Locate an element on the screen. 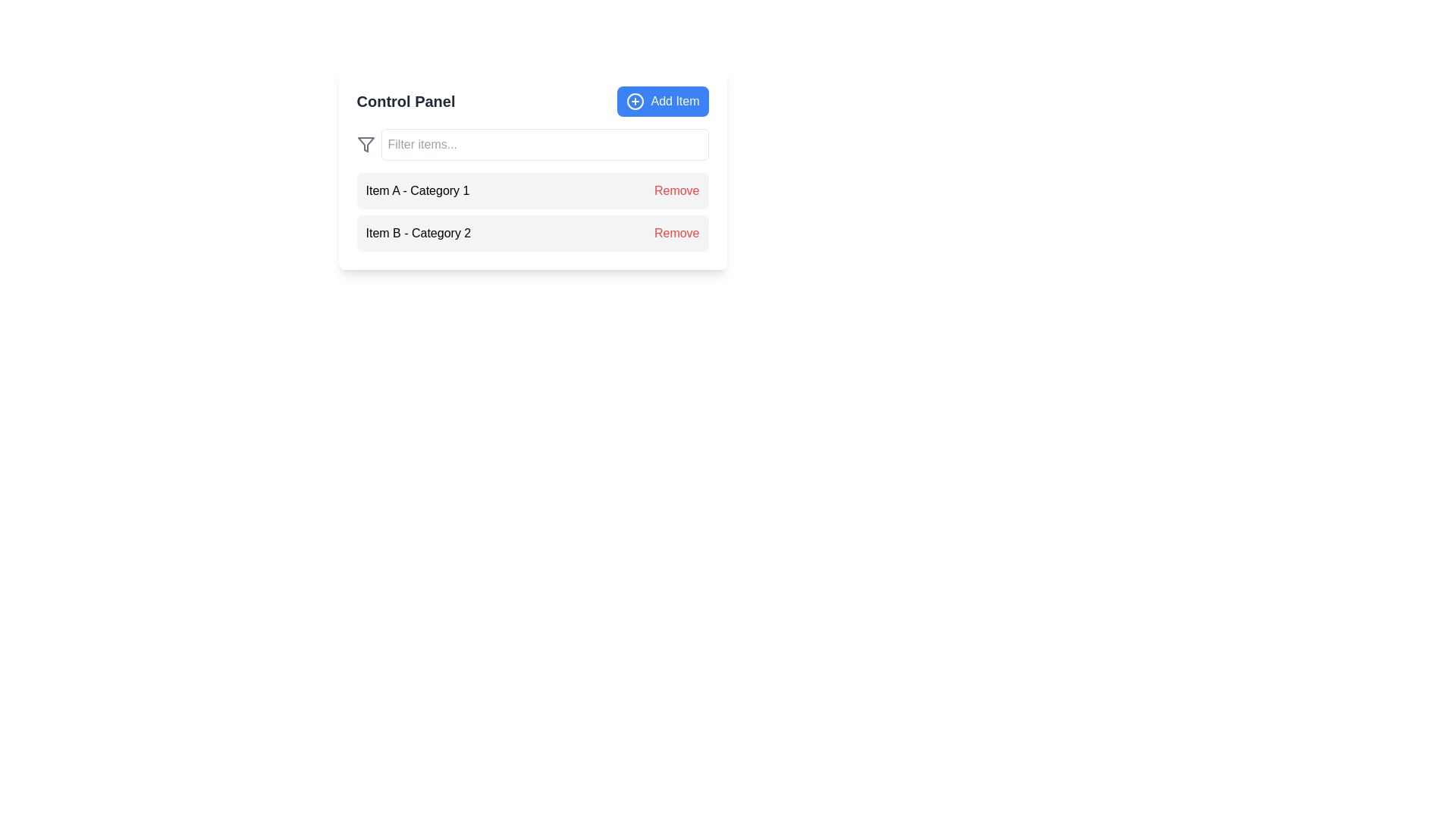 This screenshot has height=819, width=1456. the text-based button component that triggers the removal of 'Item A - Category 1' from the list to potentially see additional styling or behavior is located at coordinates (676, 190).